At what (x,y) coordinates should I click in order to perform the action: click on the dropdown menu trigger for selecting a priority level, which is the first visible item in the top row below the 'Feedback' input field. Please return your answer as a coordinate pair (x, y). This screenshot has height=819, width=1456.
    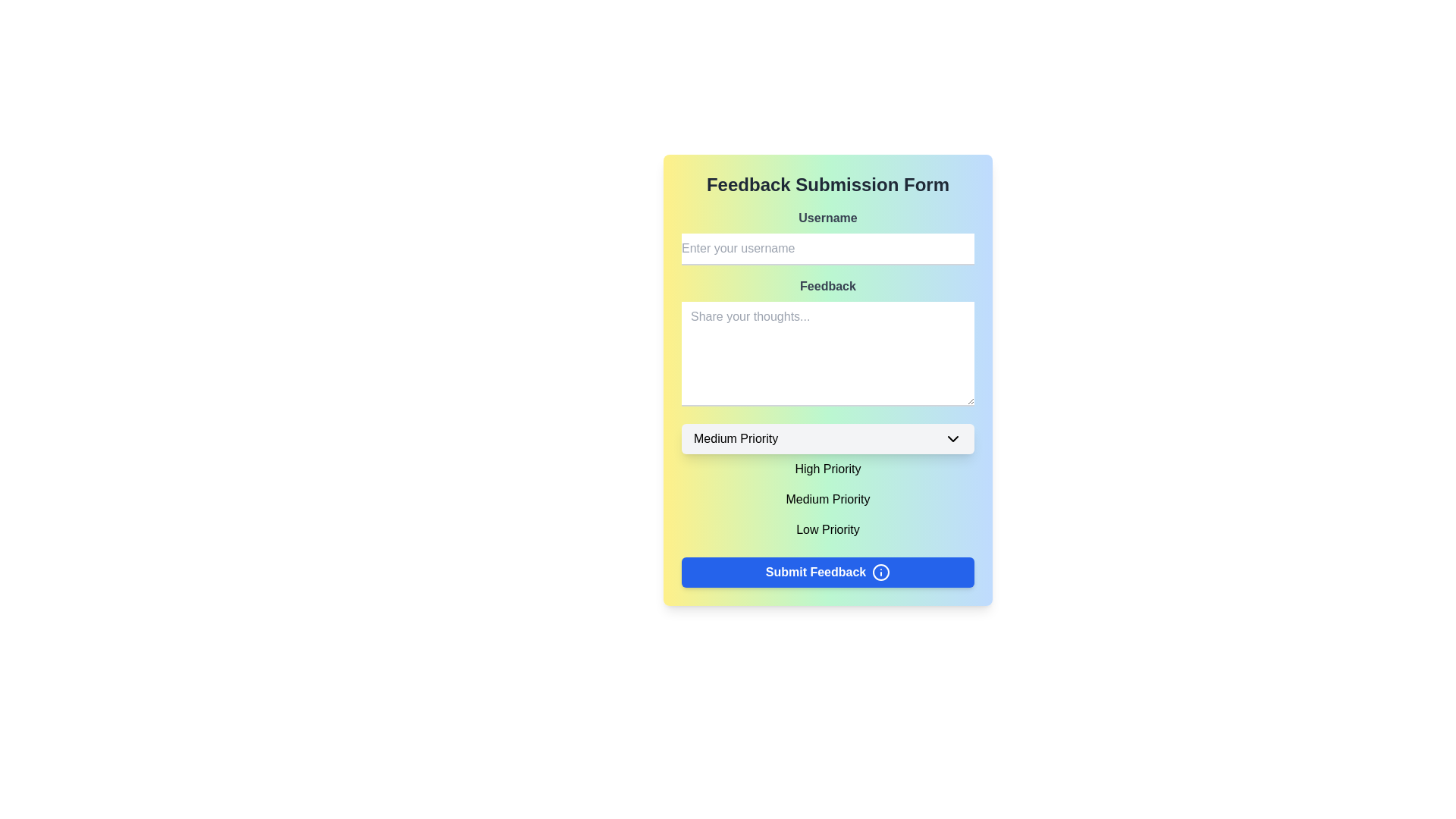
    Looking at the image, I should click on (827, 438).